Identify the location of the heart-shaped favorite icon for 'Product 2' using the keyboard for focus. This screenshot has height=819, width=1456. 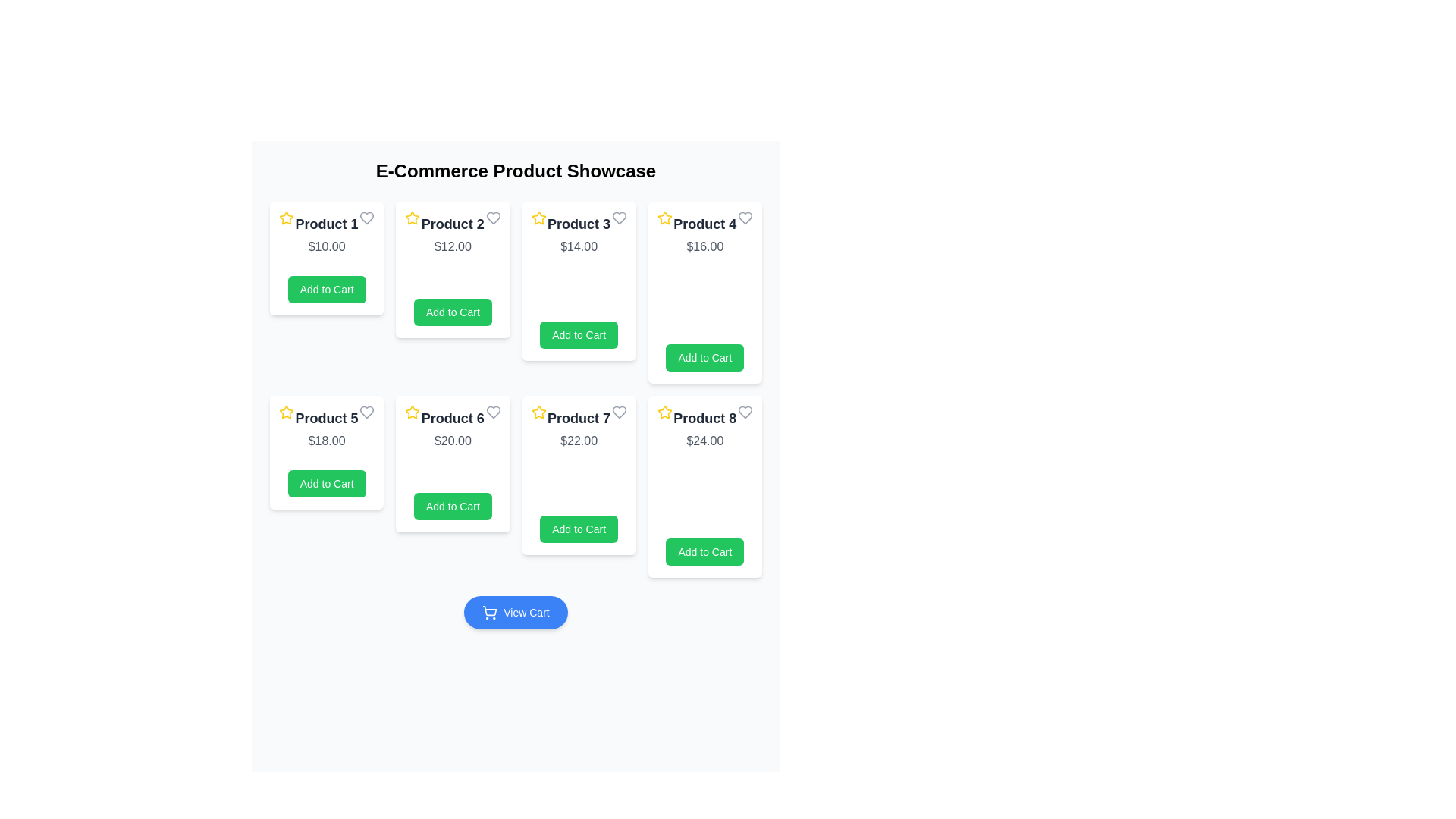
(493, 218).